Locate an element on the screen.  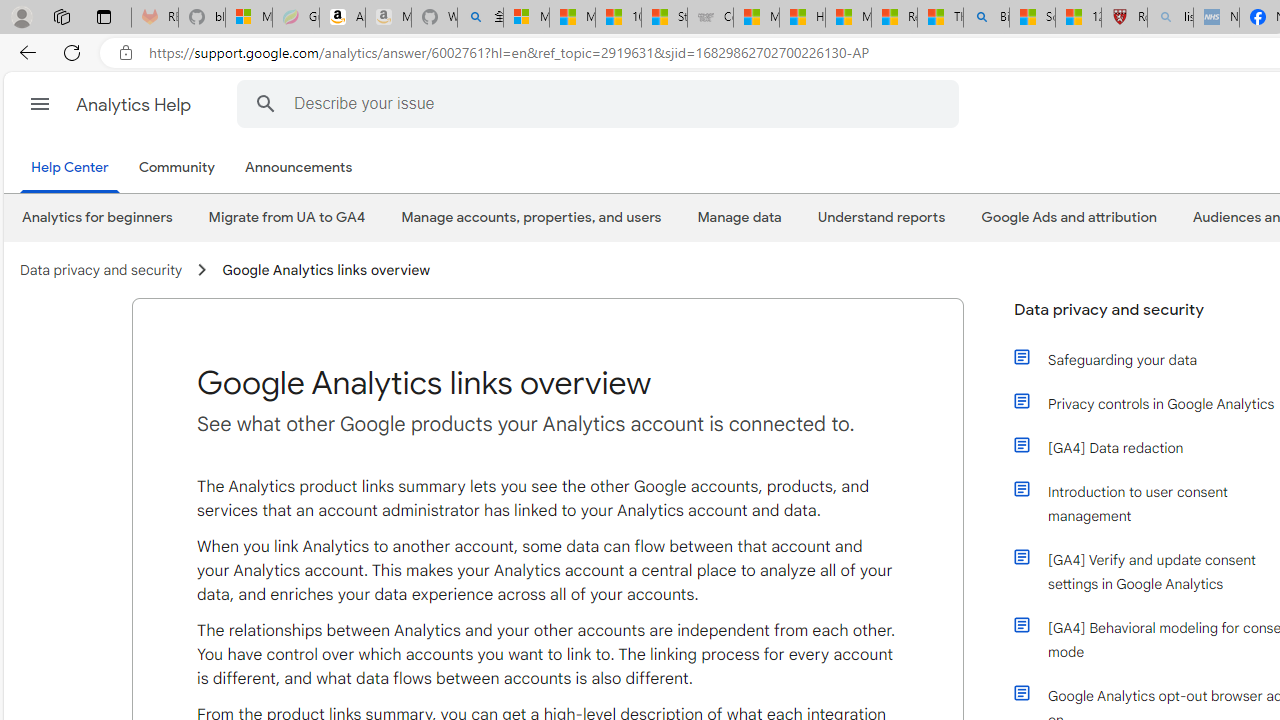
'Analytics Help' is located at coordinates (134, 105).